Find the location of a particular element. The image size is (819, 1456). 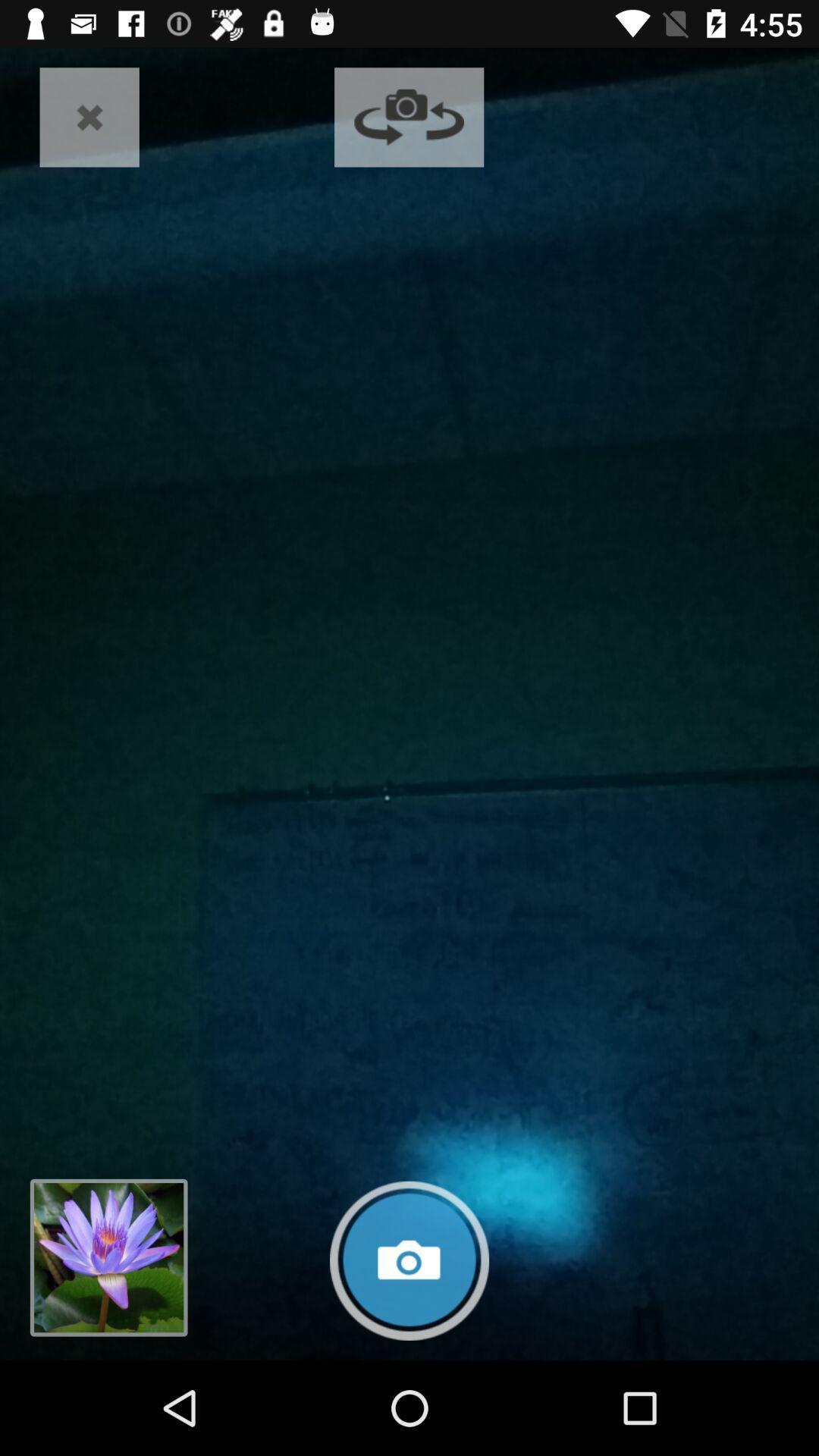

the icon at the bottom left corner is located at coordinates (108, 1257).